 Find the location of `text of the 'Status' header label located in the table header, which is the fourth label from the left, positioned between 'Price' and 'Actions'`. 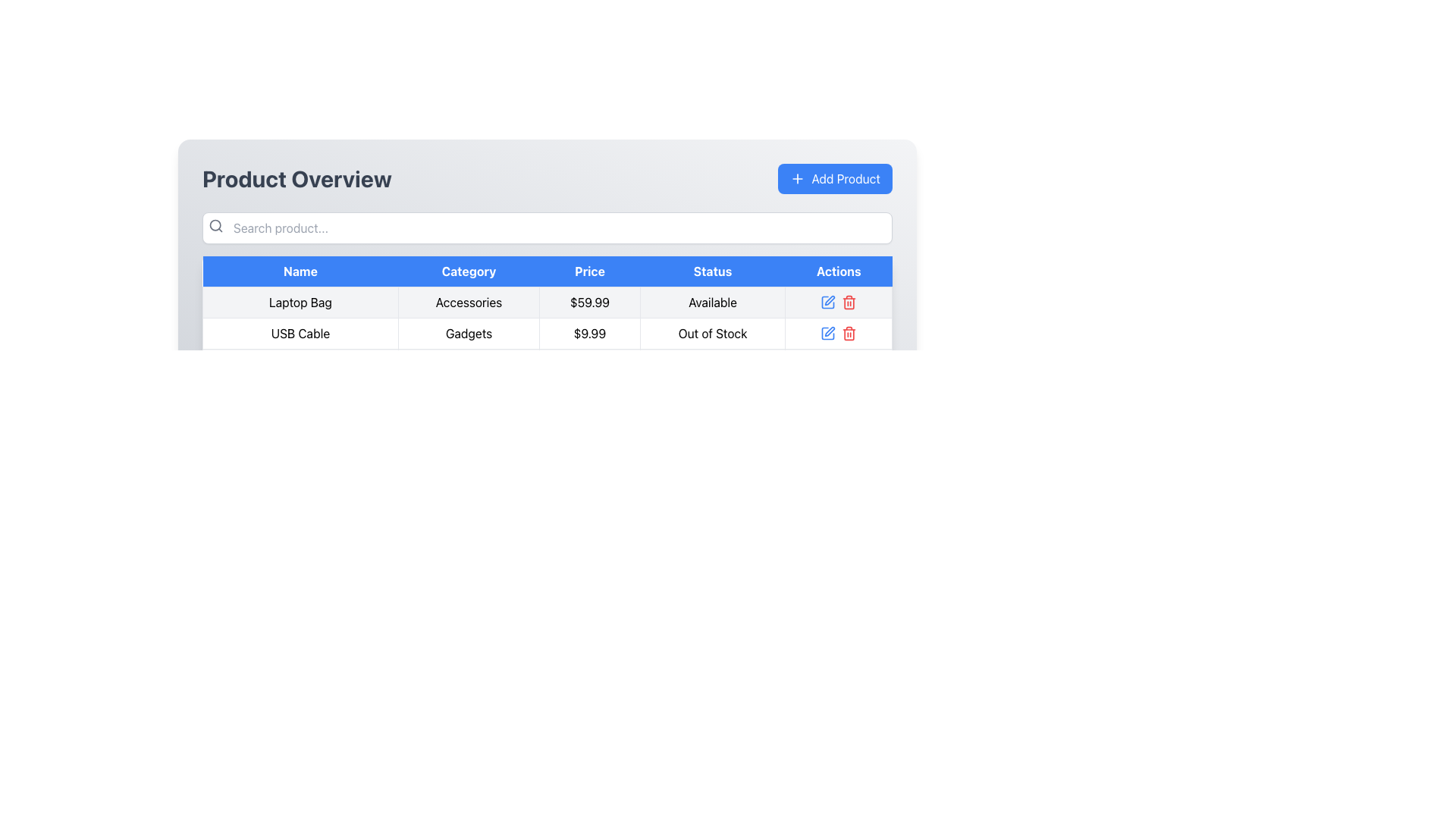

text of the 'Status' header label located in the table header, which is the fourth label from the left, positioned between 'Price' and 'Actions' is located at coordinates (712, 271).